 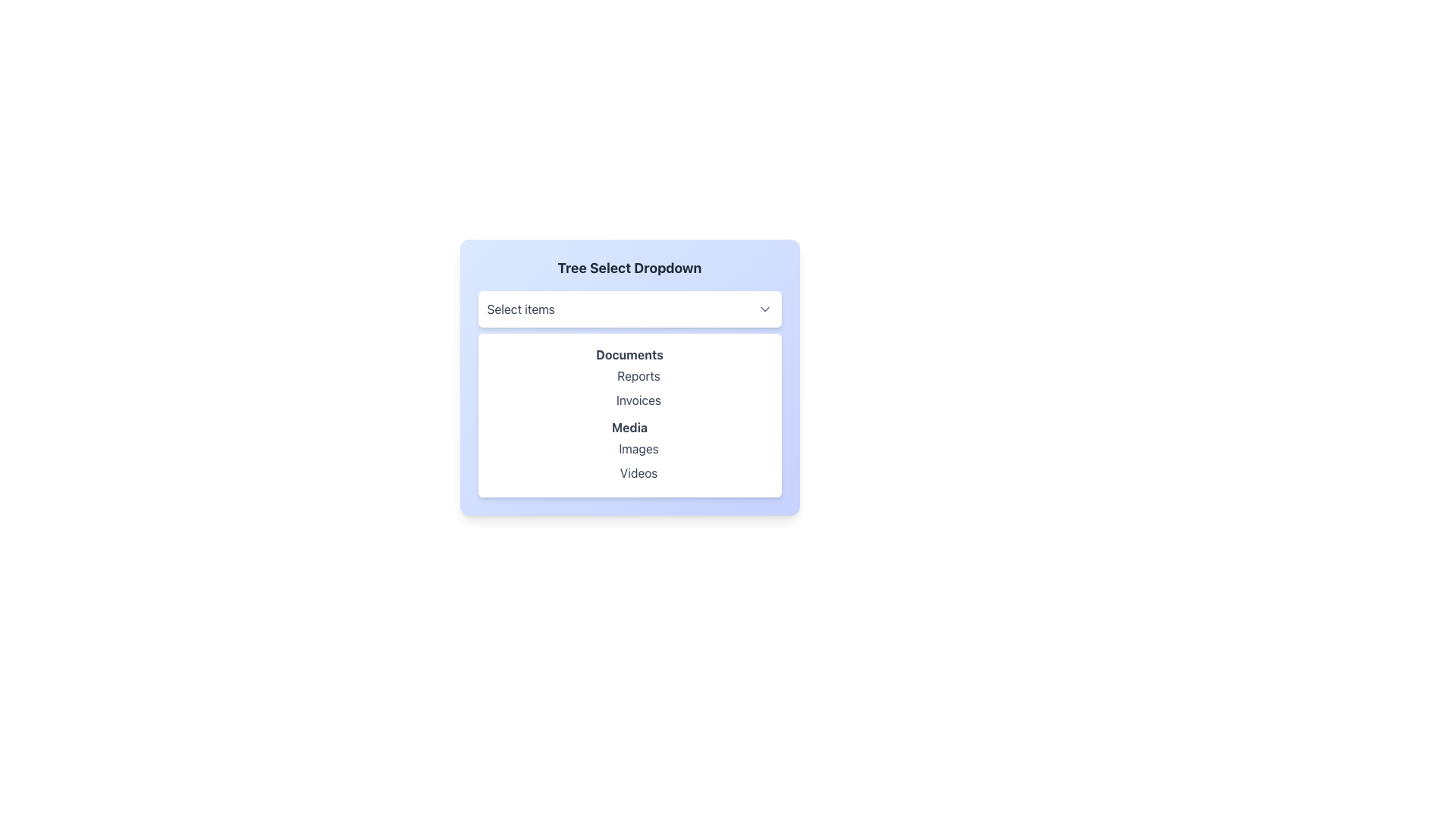 What do you see at coordinates (635, 375) in the screenshot?
I see `the 'Reports' text label in the dropdown menu` at bounding box center [635, 375].